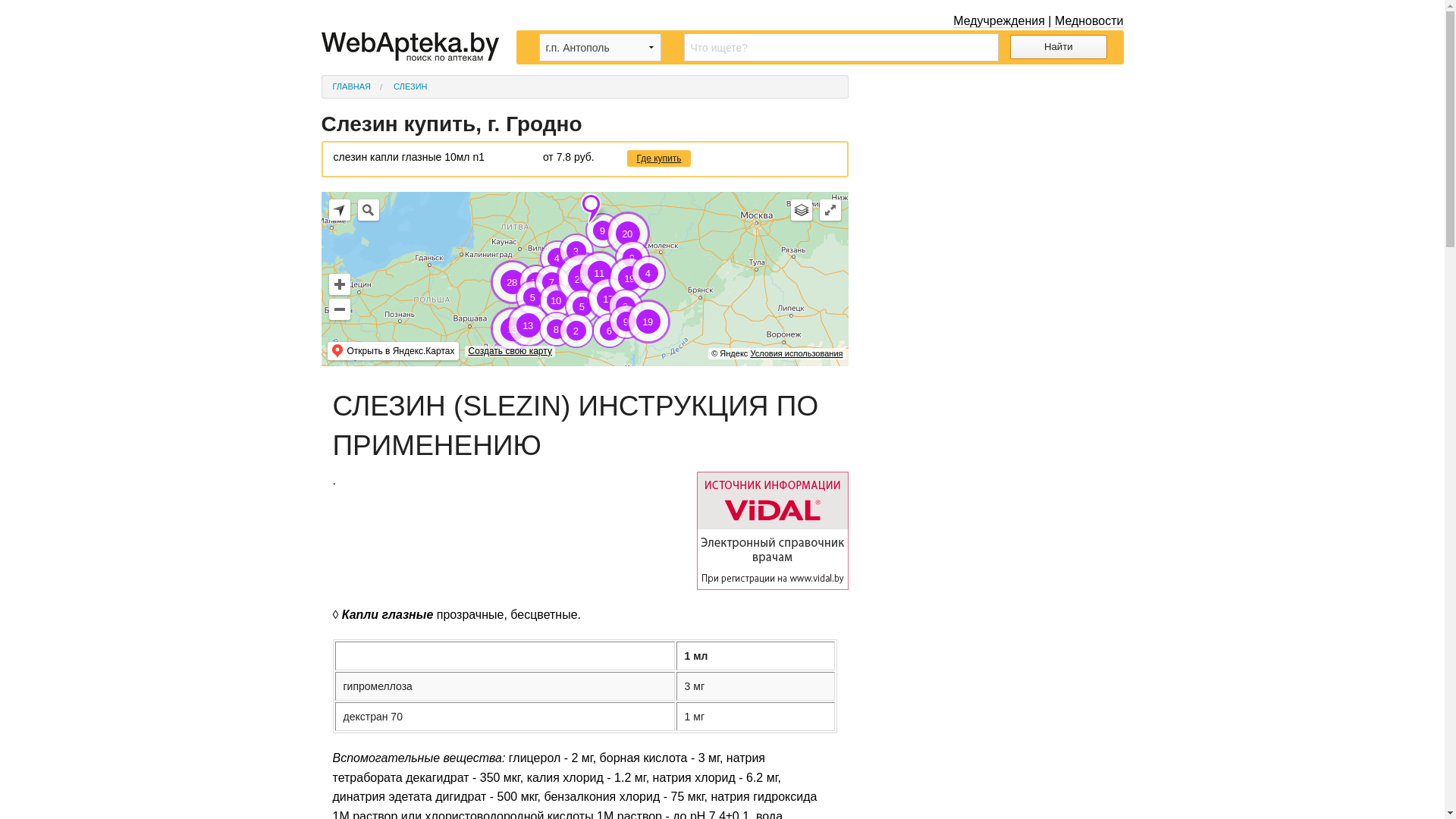 Image resolution: width=1456 pixels, height=819 pixels. Describe the element at coordinates (997, 169) in the screenshot. I see `'Advertisement'` at that location.